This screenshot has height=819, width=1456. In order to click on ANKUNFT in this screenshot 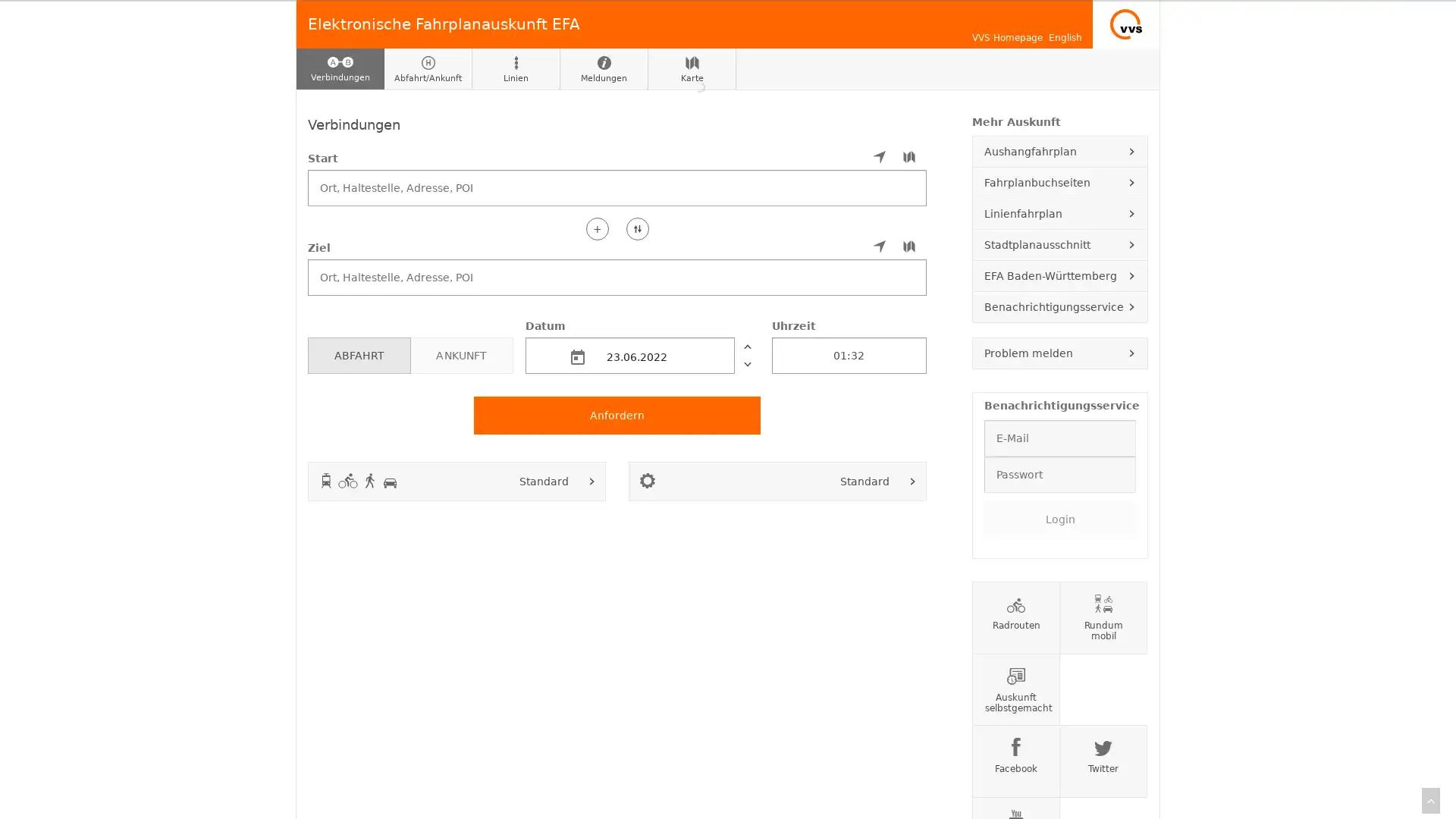, I will do `click(460, 354)`.